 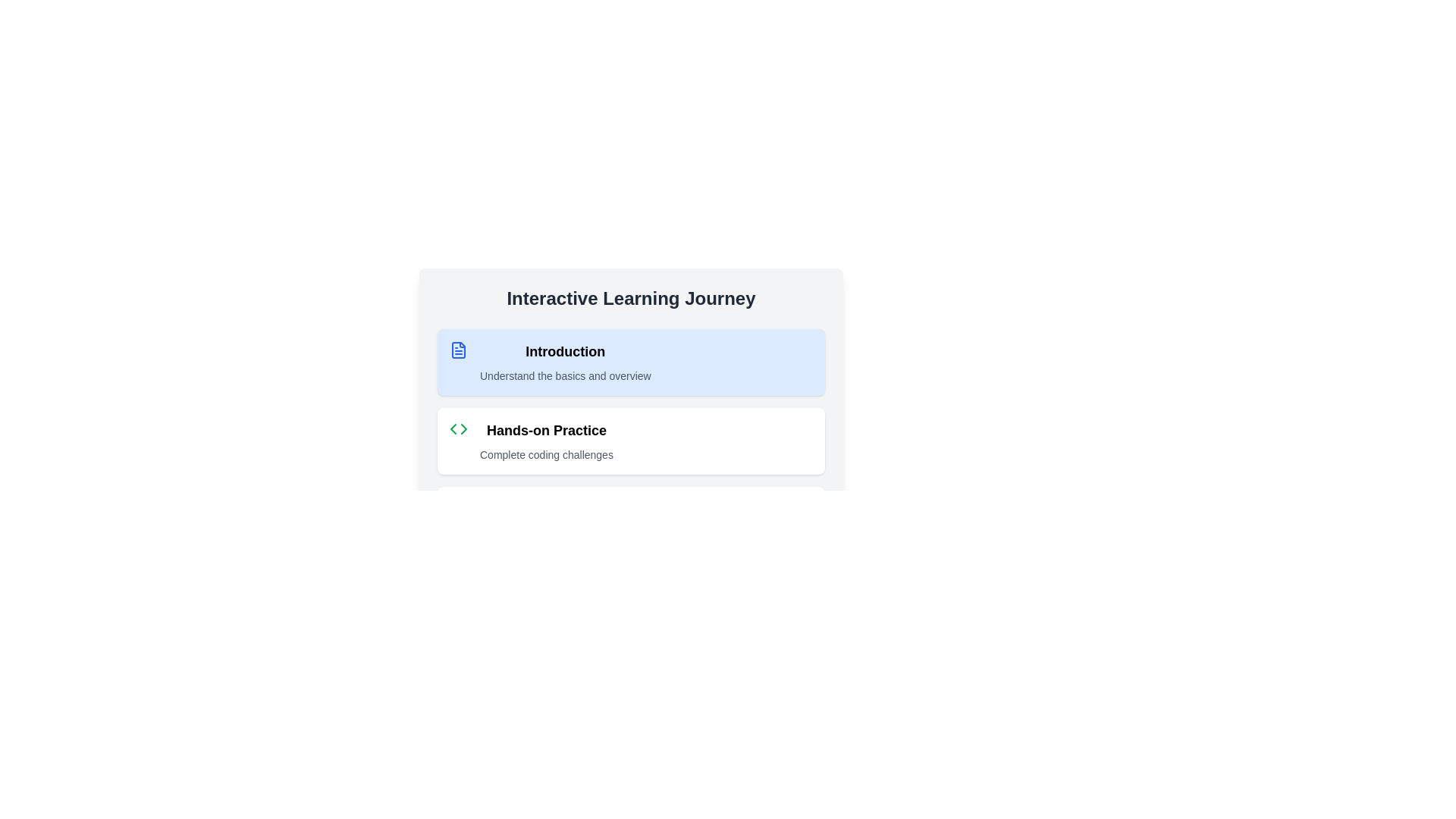 I want to click on the prominently styled header with the text 'Interactive Learning Journey' located at the top of the section, just above the instructional steps, so click(x=631, y=298).